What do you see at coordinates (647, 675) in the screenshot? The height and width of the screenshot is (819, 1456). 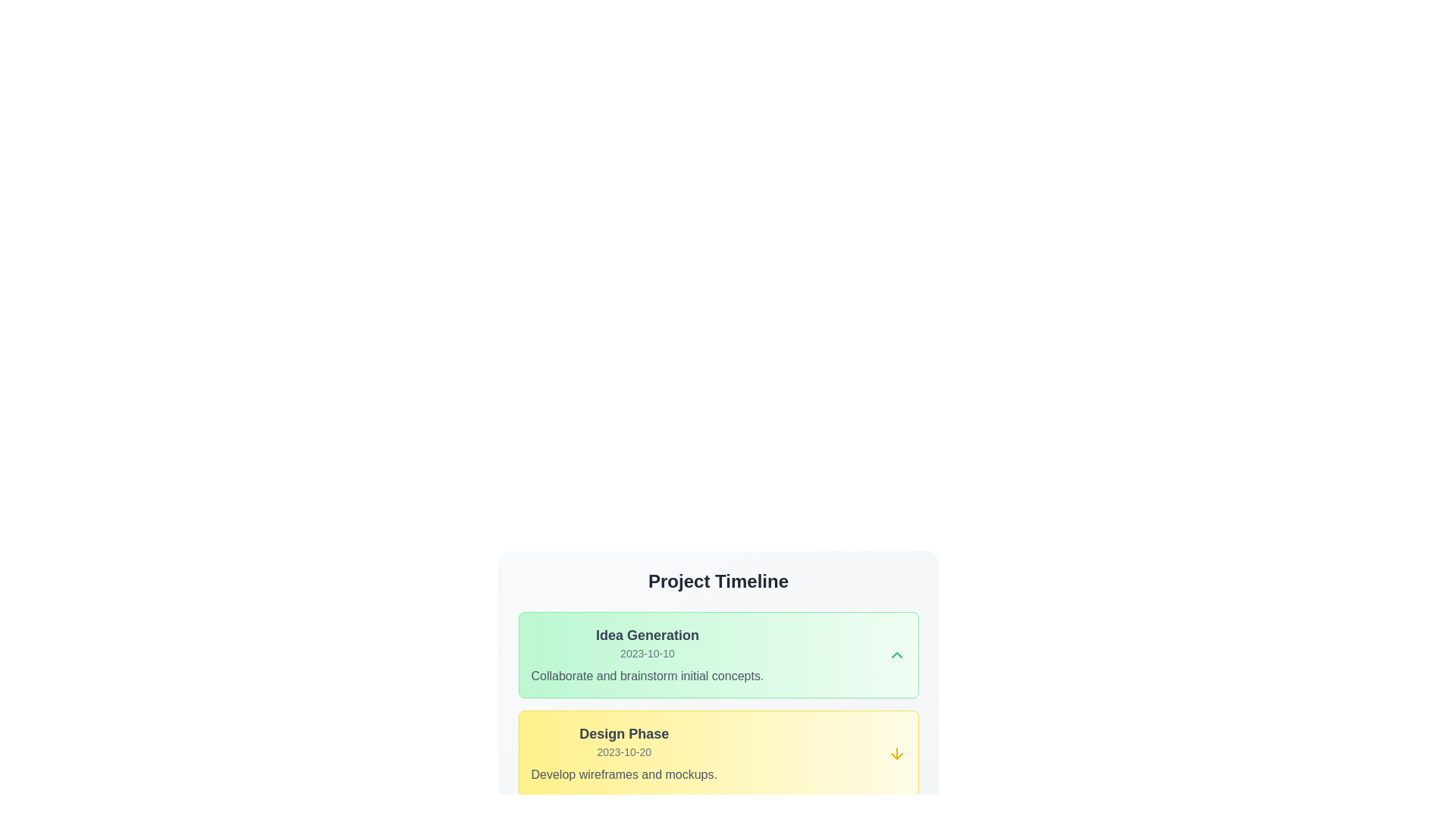 I see `the static text label displaying 'Collaborate and brainstorm initial concepts.'` at bounding box center [647, 675].